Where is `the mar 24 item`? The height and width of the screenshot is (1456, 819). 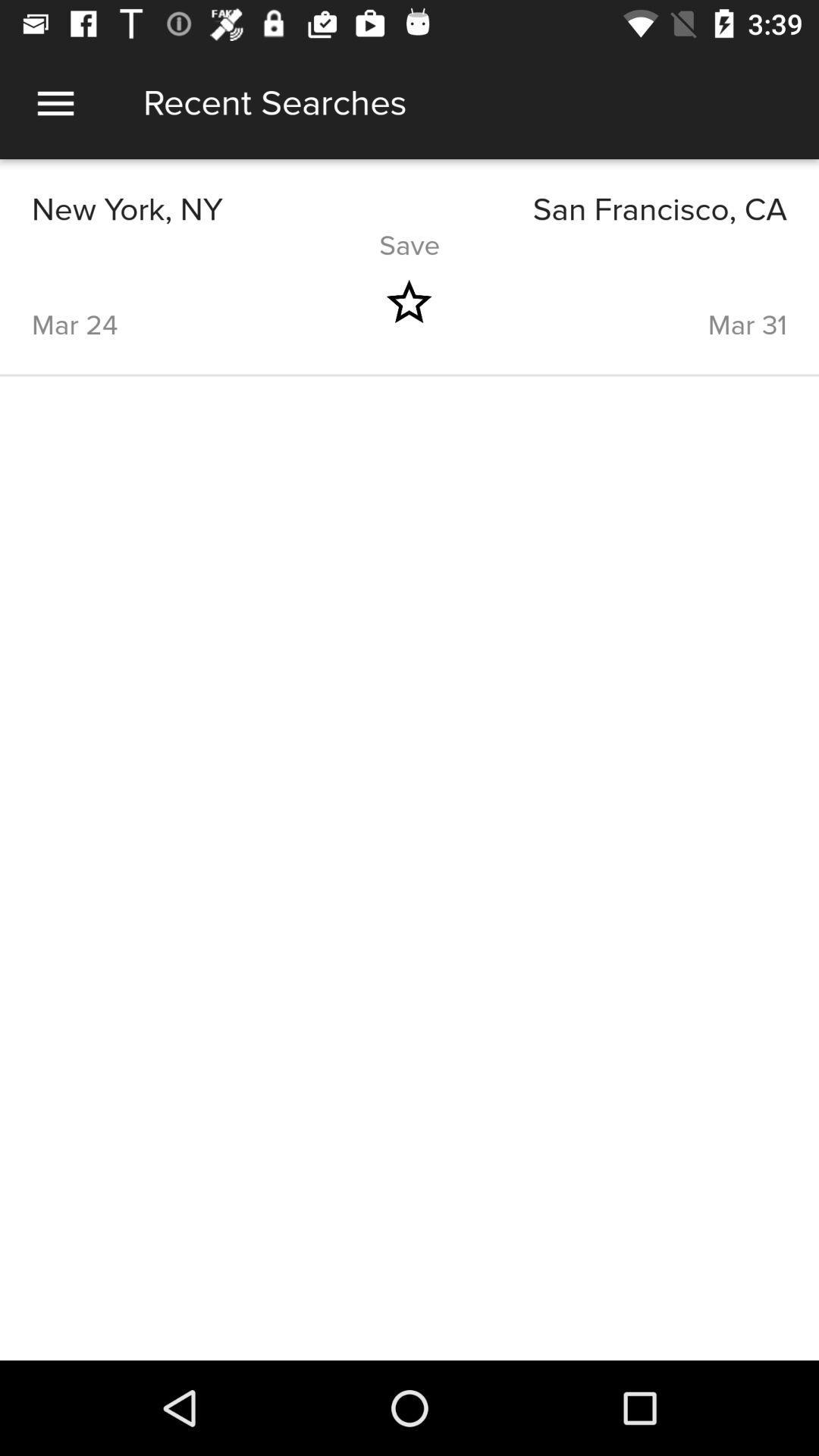 the mar 24 item is located at coordinates (182, 302).